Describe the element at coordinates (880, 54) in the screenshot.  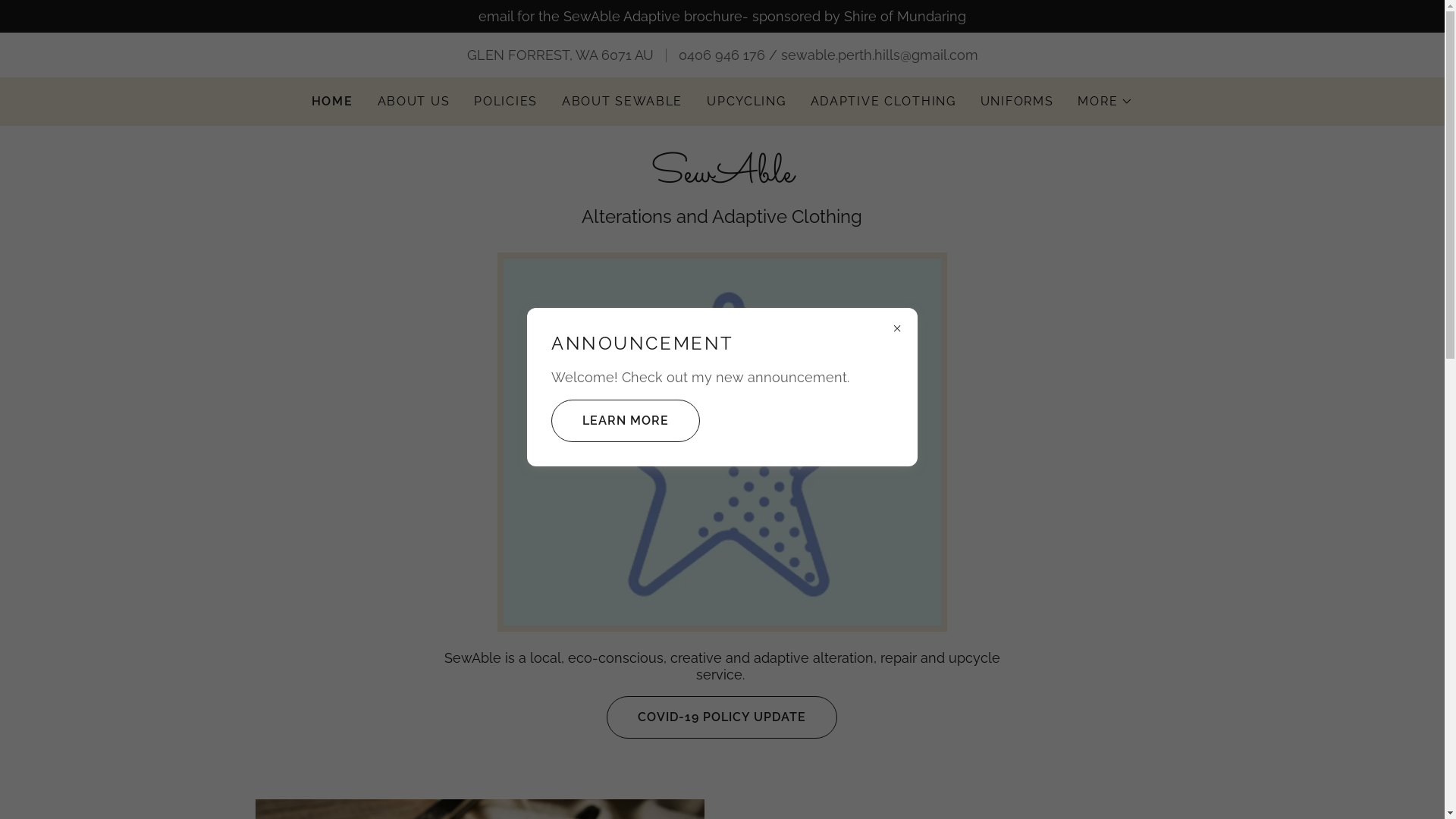
I see `'sewable.perth.hills@gmail.com'` at that location.